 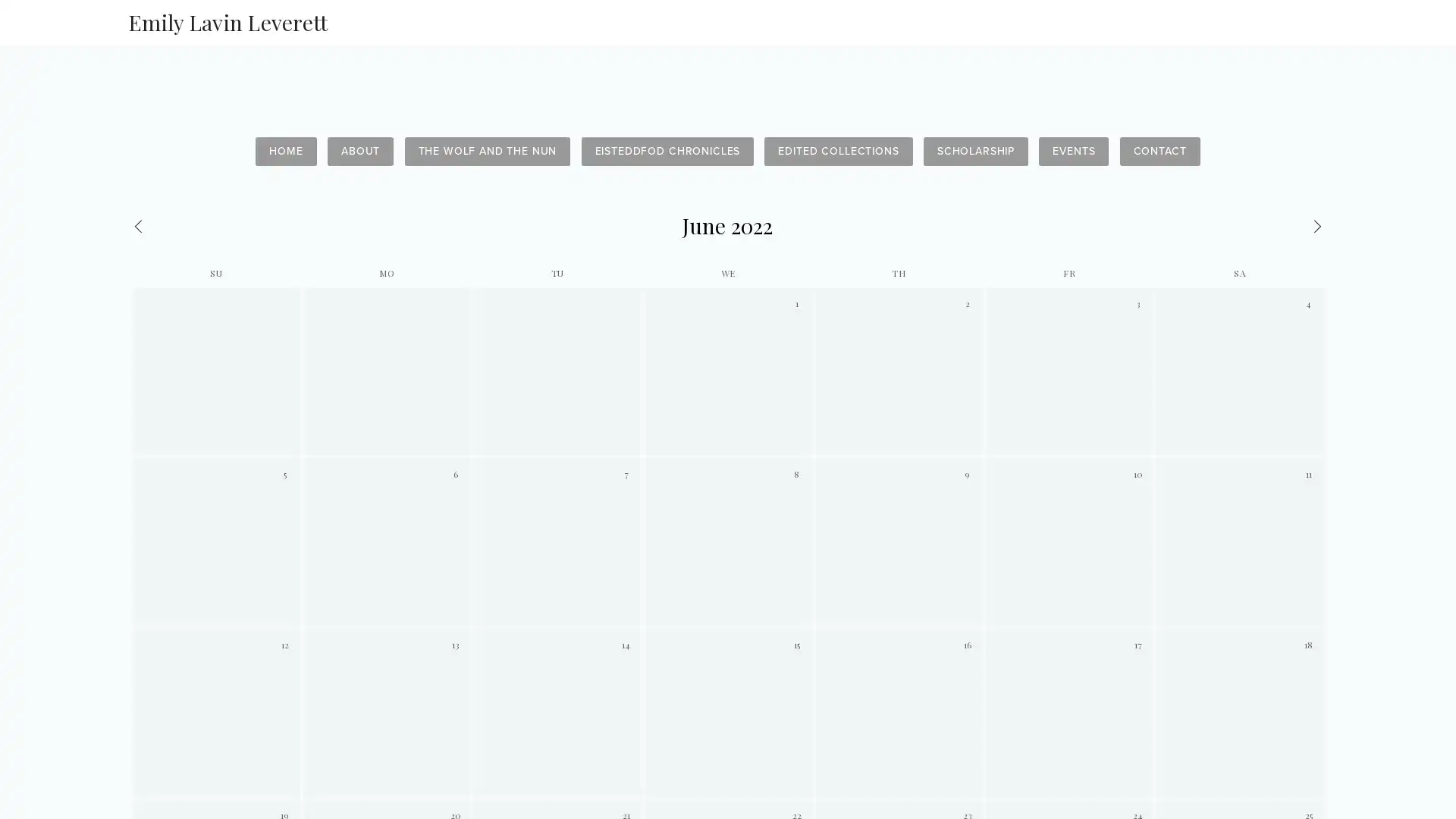 What do you see at coordinates (1242, 225) in the screenshot?
I see `Go to next month` at bounding box center [1242, 225].